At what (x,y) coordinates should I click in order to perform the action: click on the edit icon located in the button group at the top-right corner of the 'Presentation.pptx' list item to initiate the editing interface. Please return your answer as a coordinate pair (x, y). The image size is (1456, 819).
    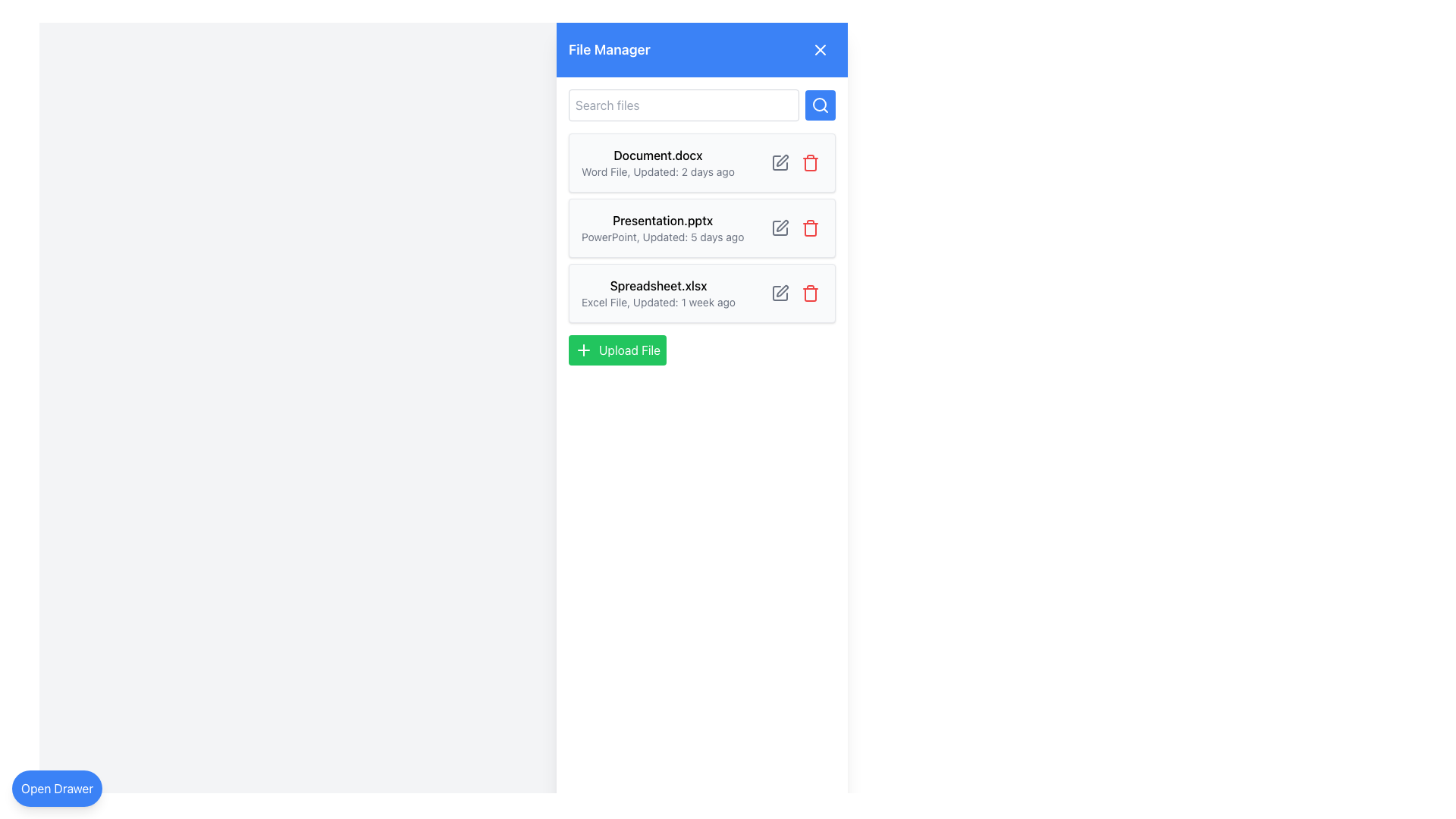
    Looking at the image, I should click on (795, 227).